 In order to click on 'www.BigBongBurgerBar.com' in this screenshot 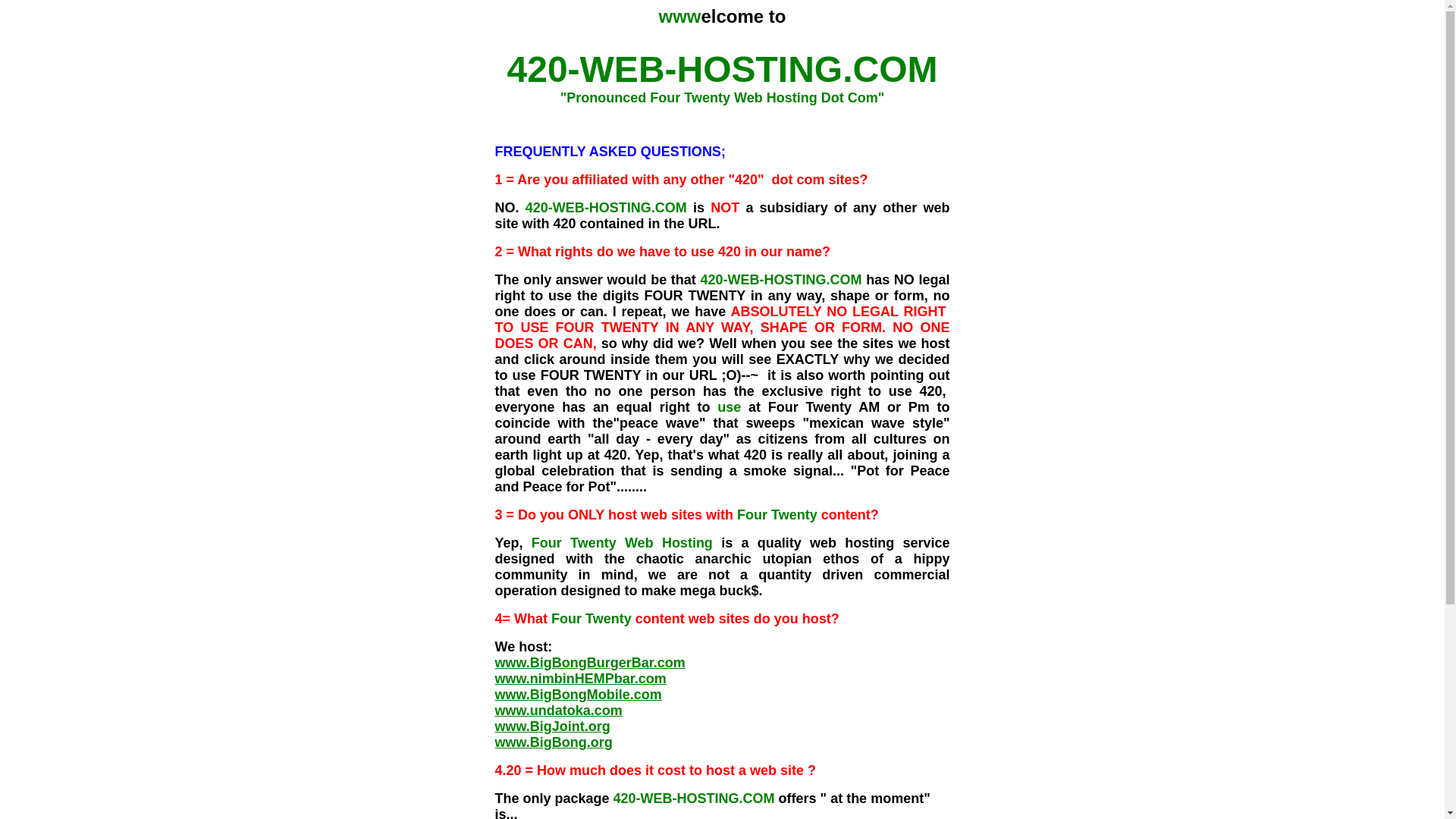, I will do `click(588, 662)`.